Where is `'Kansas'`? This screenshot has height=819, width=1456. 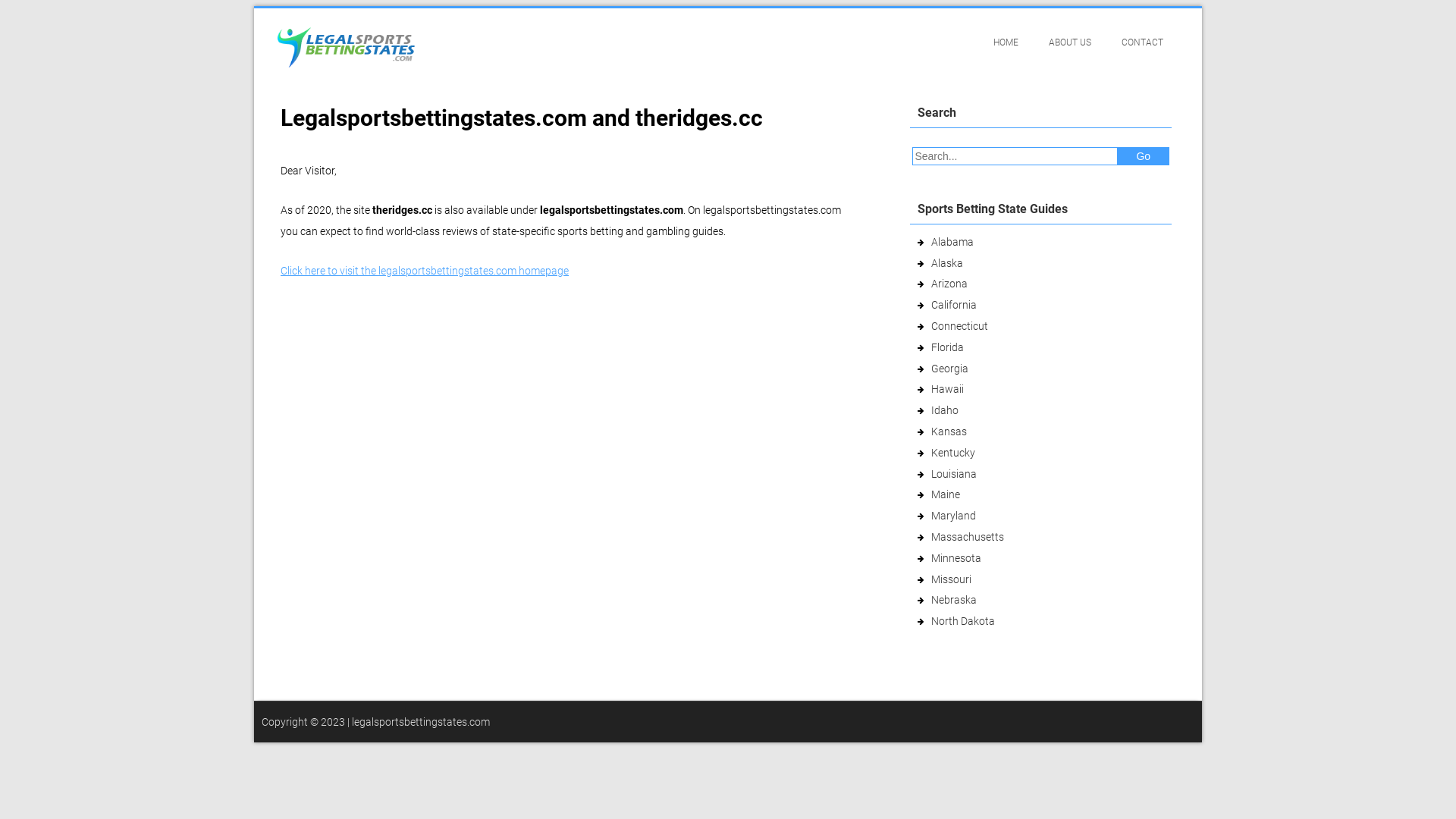
'Kansas' is located at coordinates (948, 431).